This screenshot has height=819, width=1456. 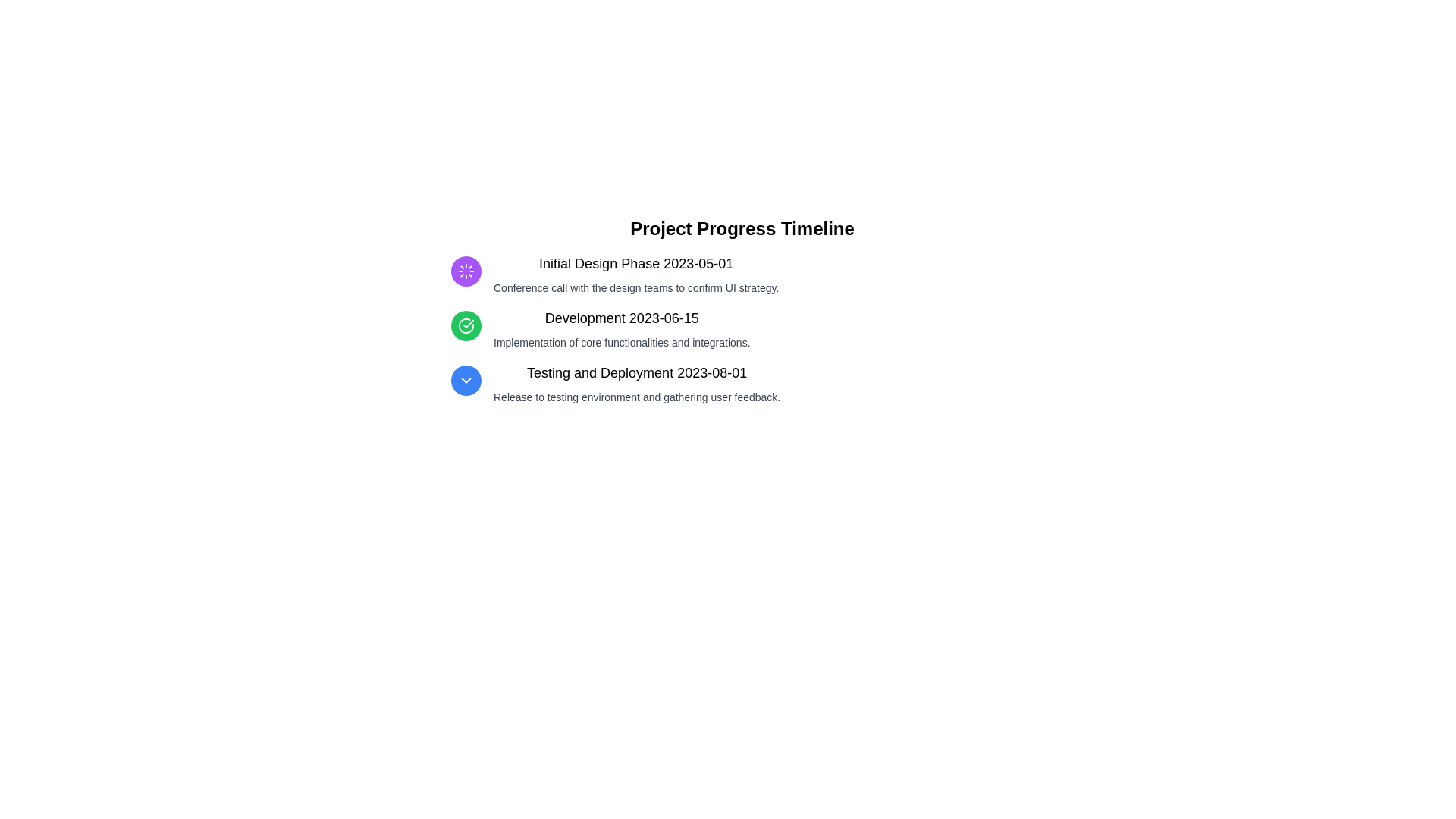 What do you see at coordinates (636, 262) in the screenshot?
I see `the text label that summarizes the 'Initial Design Phase' in the Project Progress Timeline, located directly beneath the main heading and aligned with the purple icon` at bounding box center [636, 262].